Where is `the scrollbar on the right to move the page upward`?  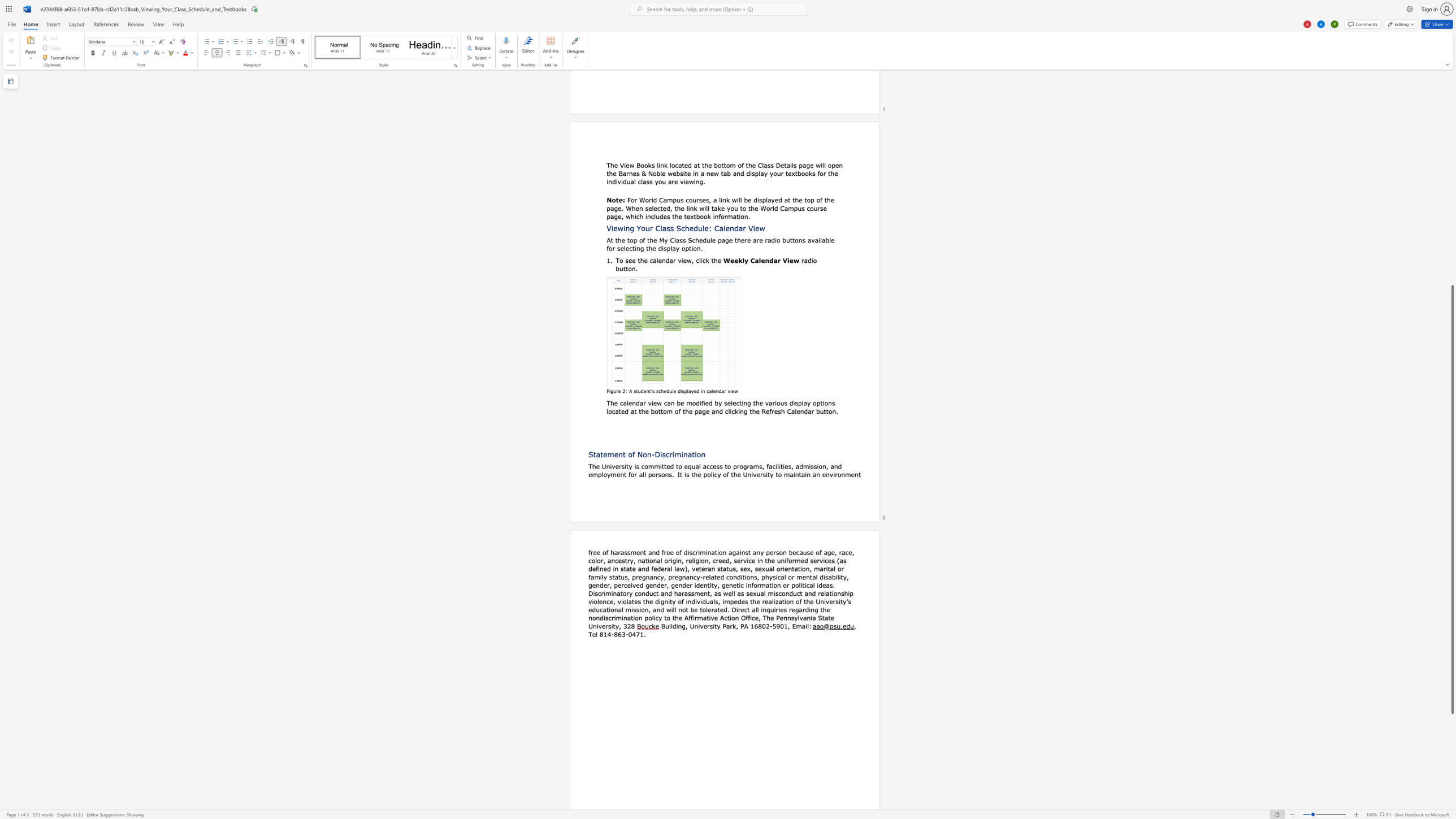
the scrollbar on the right to move the page upward is located at coordinates (1451, 102).